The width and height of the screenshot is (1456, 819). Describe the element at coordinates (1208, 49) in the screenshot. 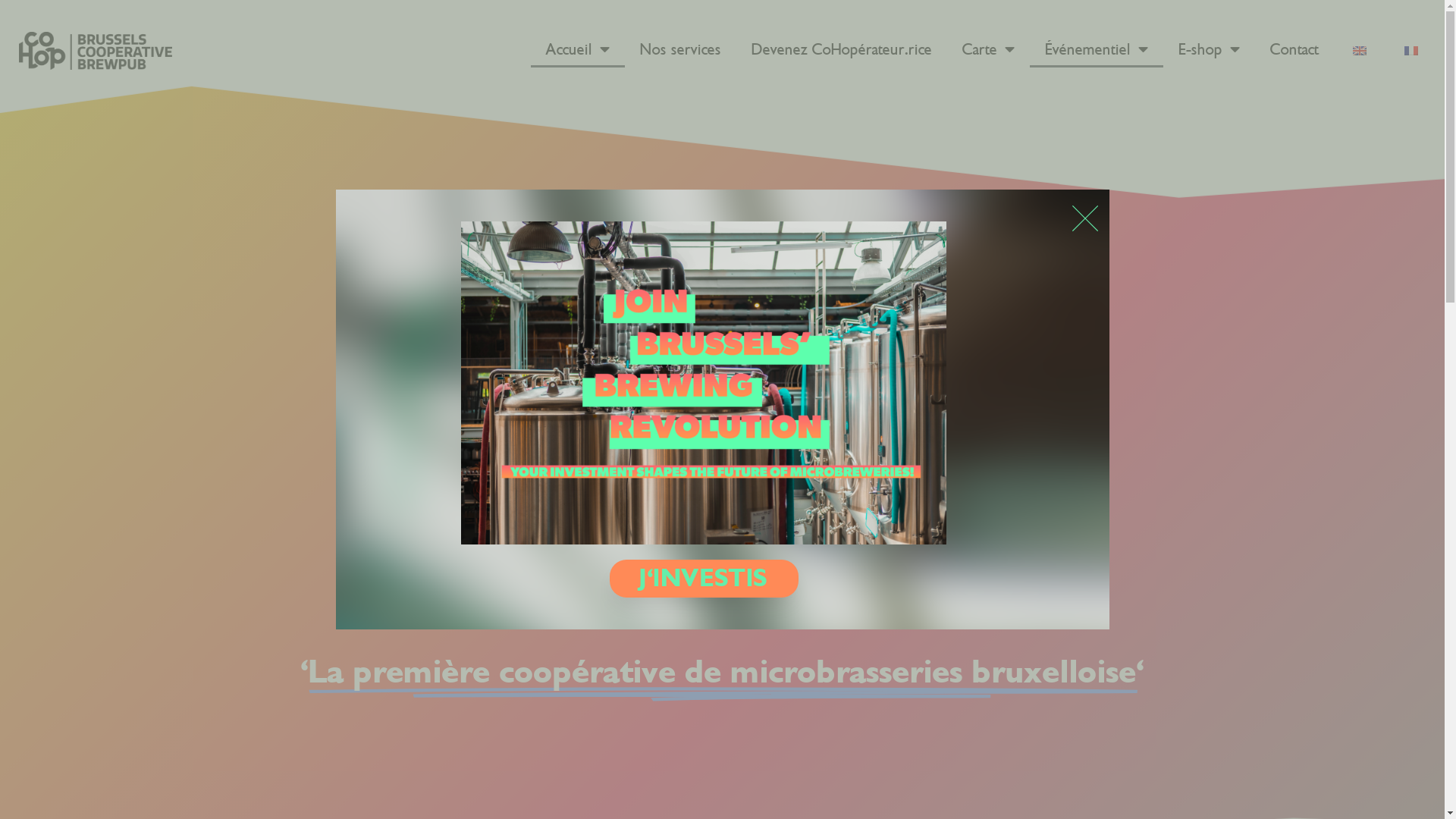

I see `'E-shop'` at that location.